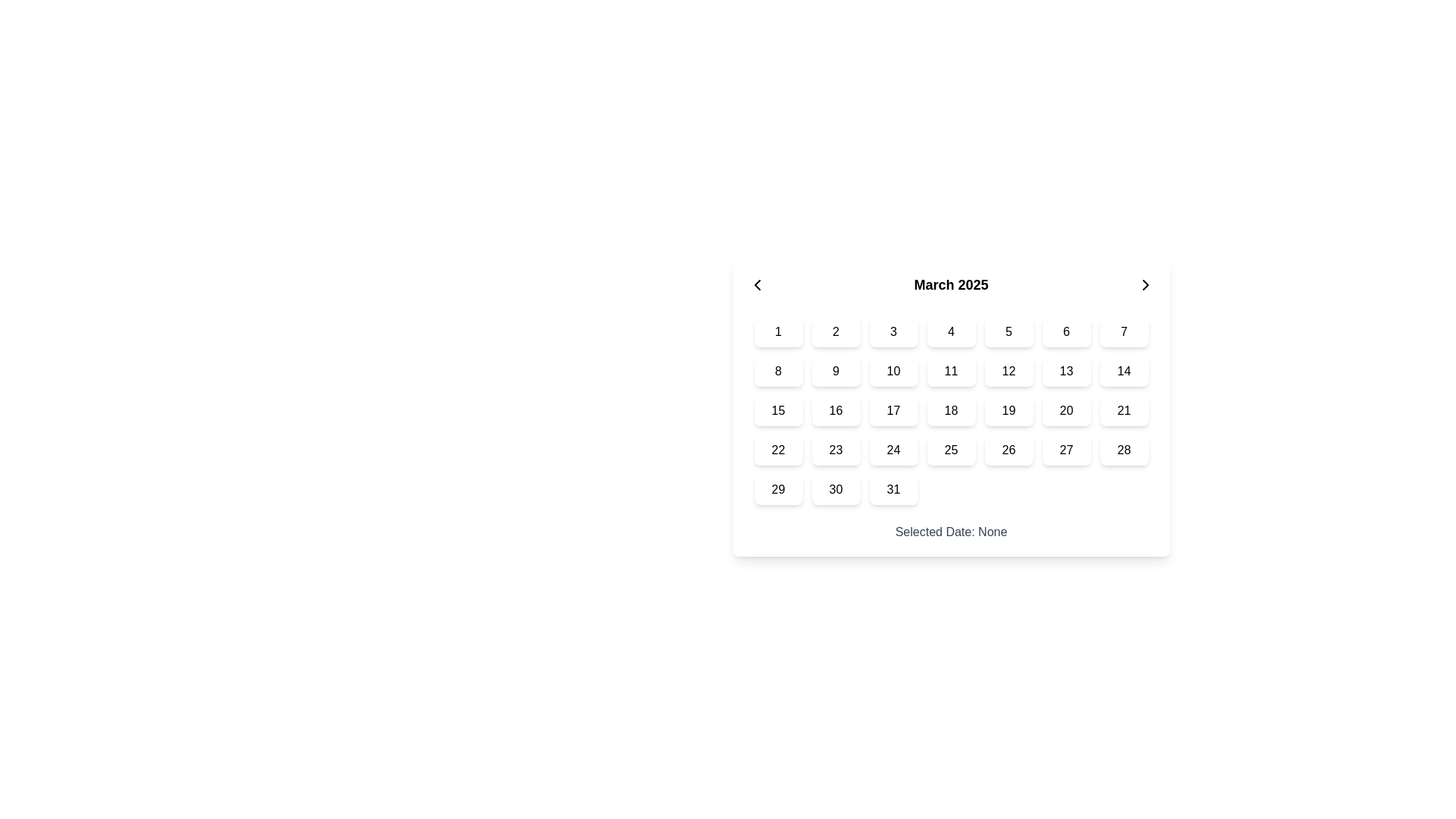 The width and height of the screenshot is (1456, 819). What do you see at coordinates (950, 411) in the screenshot?
I see `the grid layout element that displays days in a calendar format, located below the title 'March 2025' and above 'Selected Date: None'` at bounding box center [950, 411].